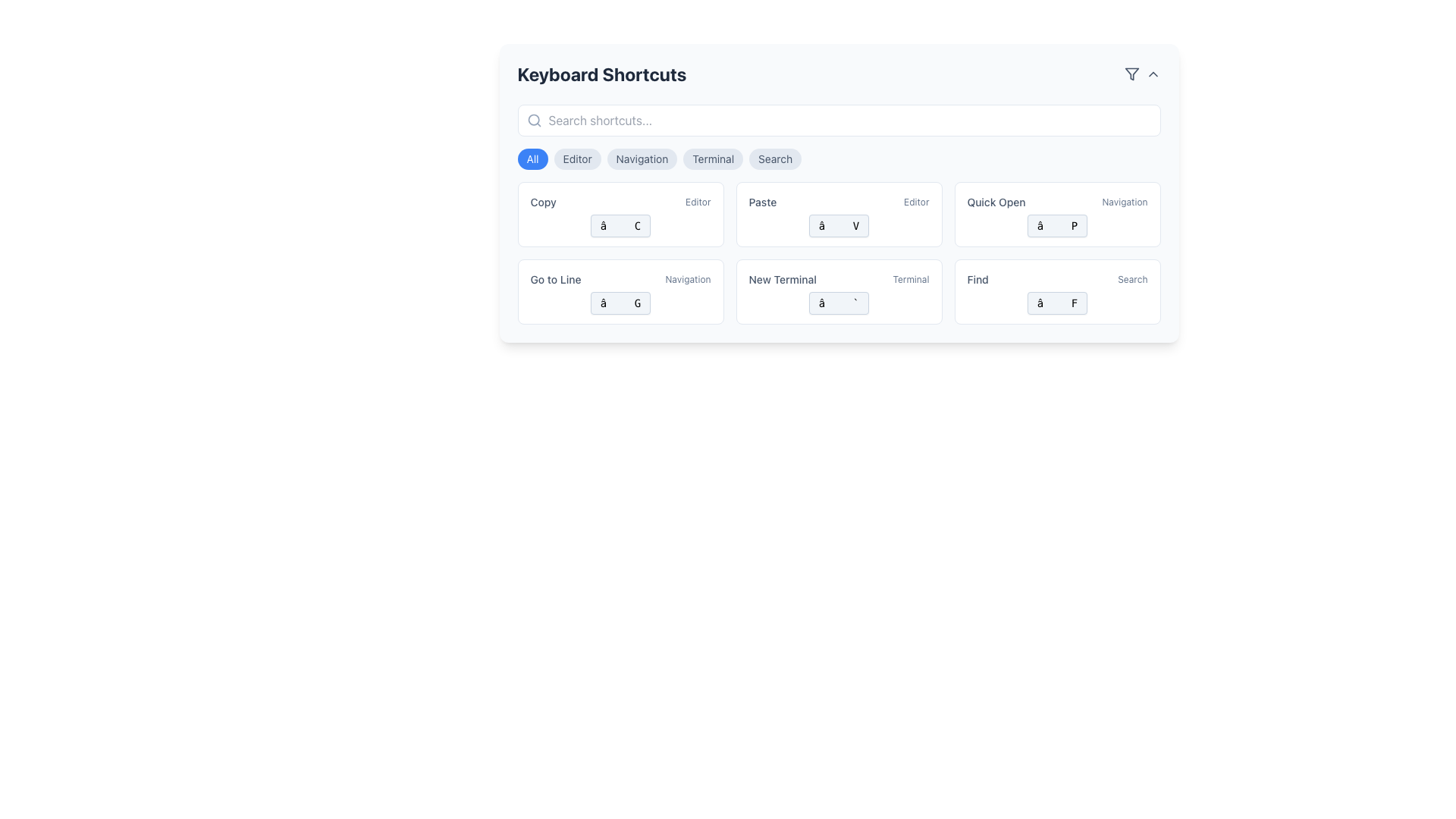  Describe the element at coordinates (533, 119) in the screenshot. I see `the small circular SVG element styled as part of a magnifying glass icon, located in the top-left corner of the search bar interface` at that location.